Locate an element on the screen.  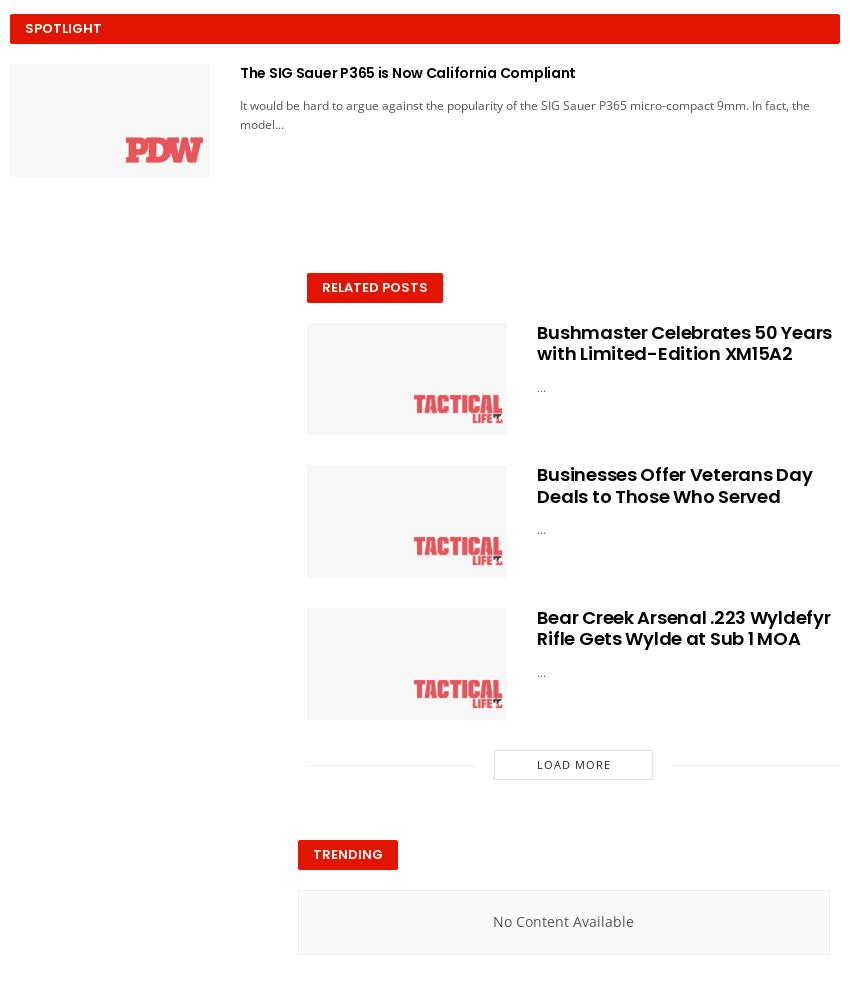
'SPOTLIGHT' is located at coordinates (63, 27).